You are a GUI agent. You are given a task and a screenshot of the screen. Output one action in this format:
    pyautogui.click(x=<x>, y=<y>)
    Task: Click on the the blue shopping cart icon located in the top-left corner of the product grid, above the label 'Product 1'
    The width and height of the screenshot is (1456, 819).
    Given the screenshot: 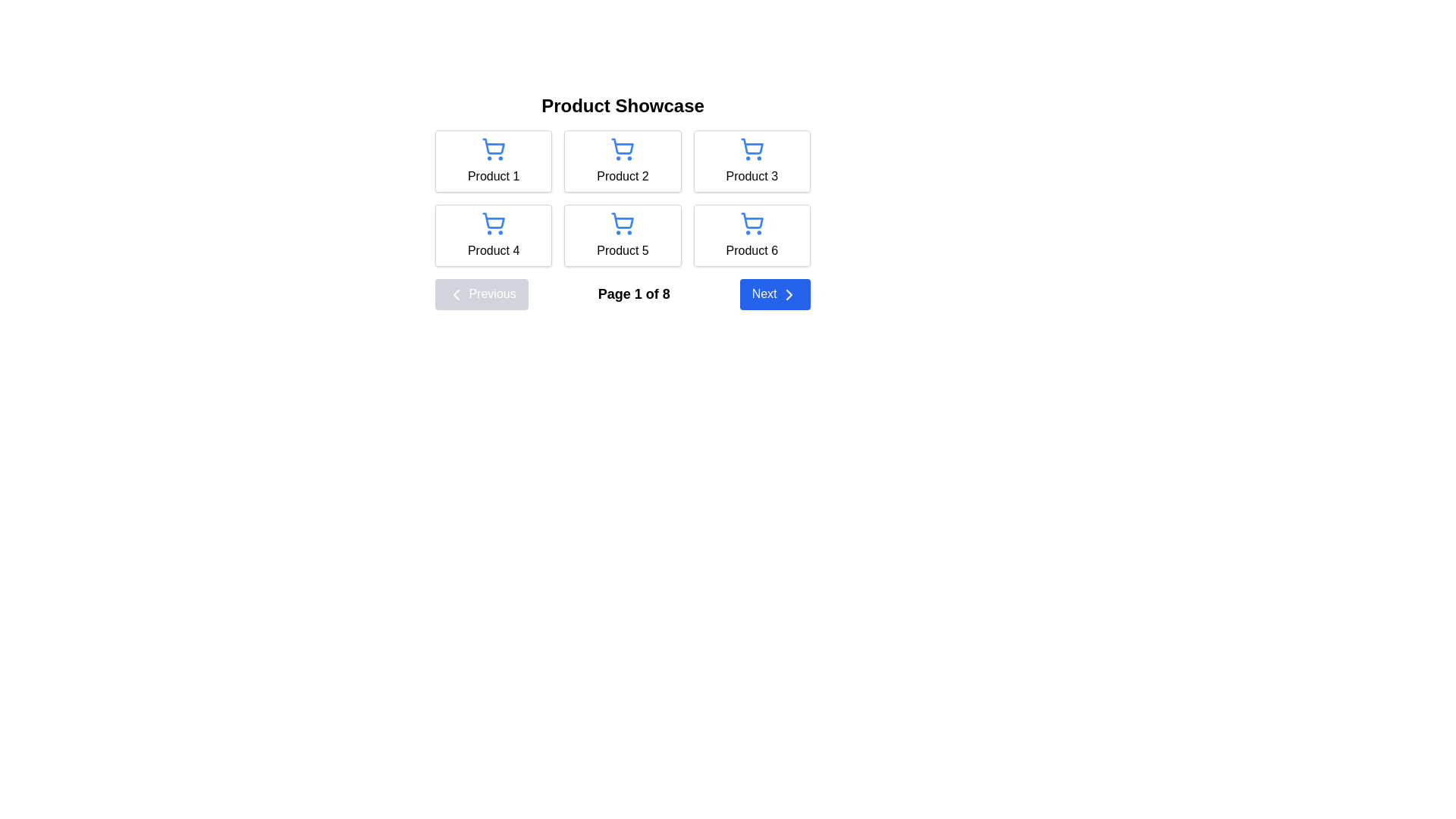 What is the action you would take?
    pyautogui.click(x=494, y=149)
    